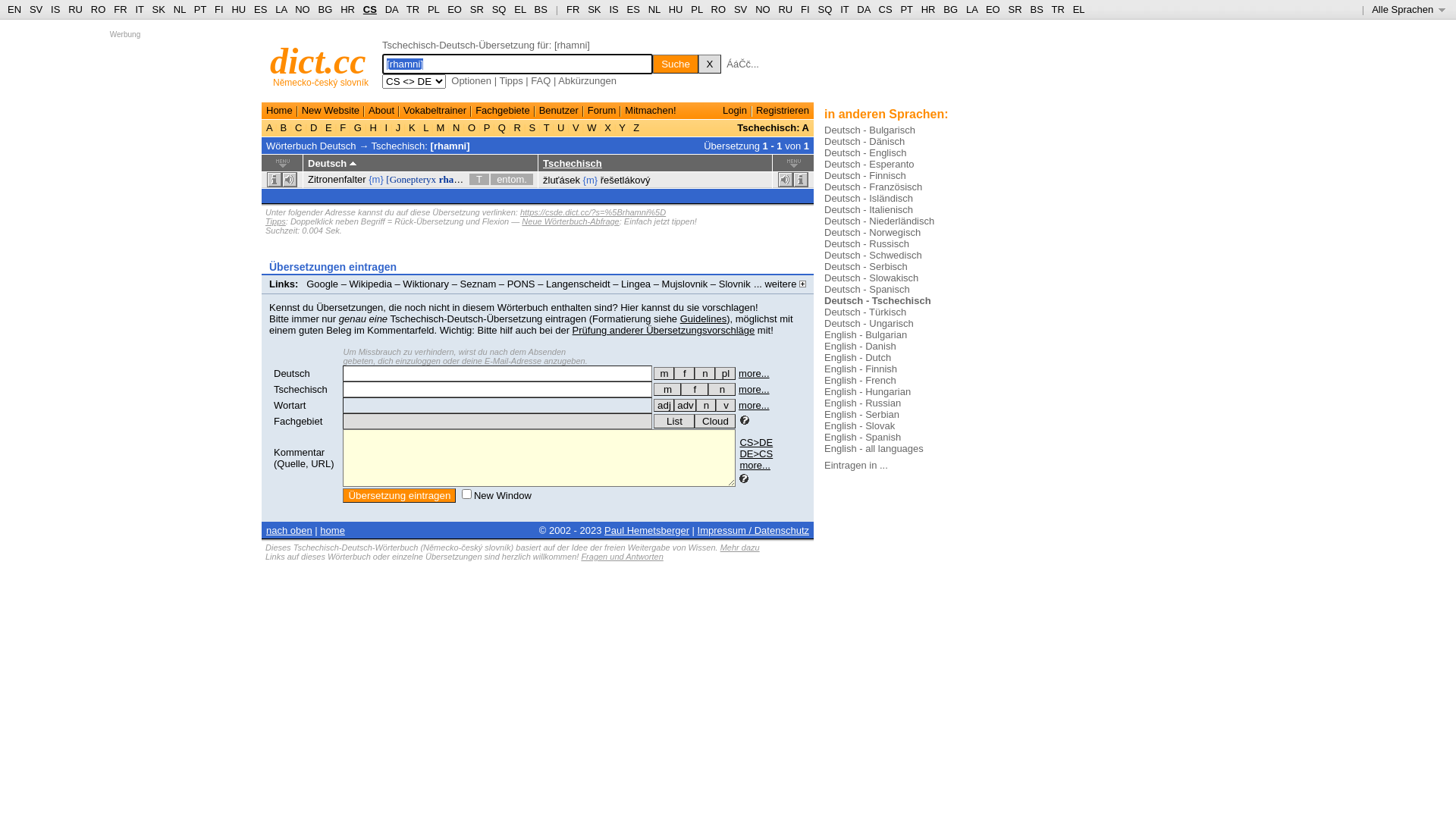 This screenshot has height=819, width=1456. I want to click on 'Duden', so click(291, 295).